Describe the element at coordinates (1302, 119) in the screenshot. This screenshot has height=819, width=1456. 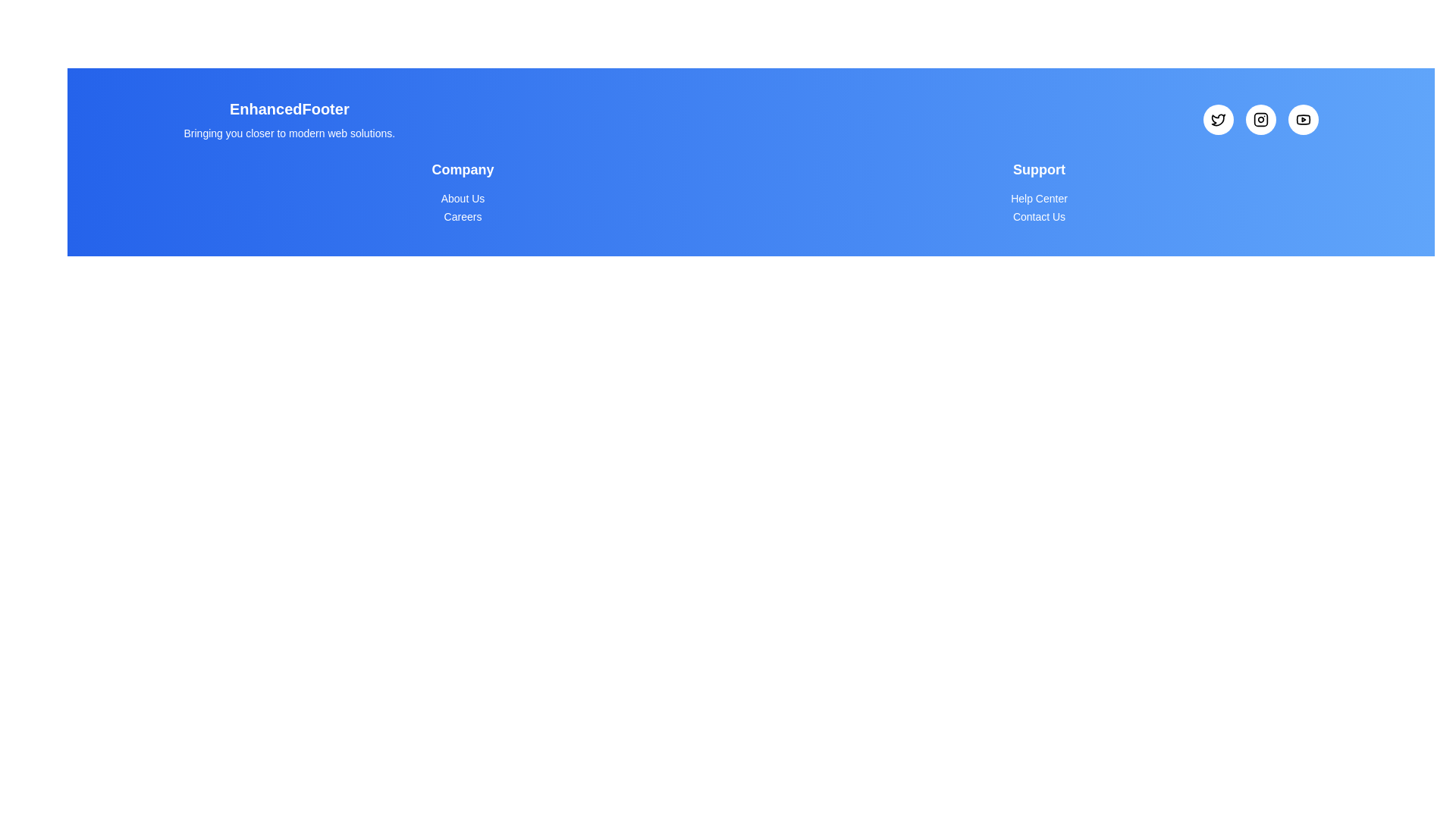
I see `the circular button with a white background and a black YouTube play icon, which is the third button in the horizontal alignment of social media buttons in the footer section` at that location.